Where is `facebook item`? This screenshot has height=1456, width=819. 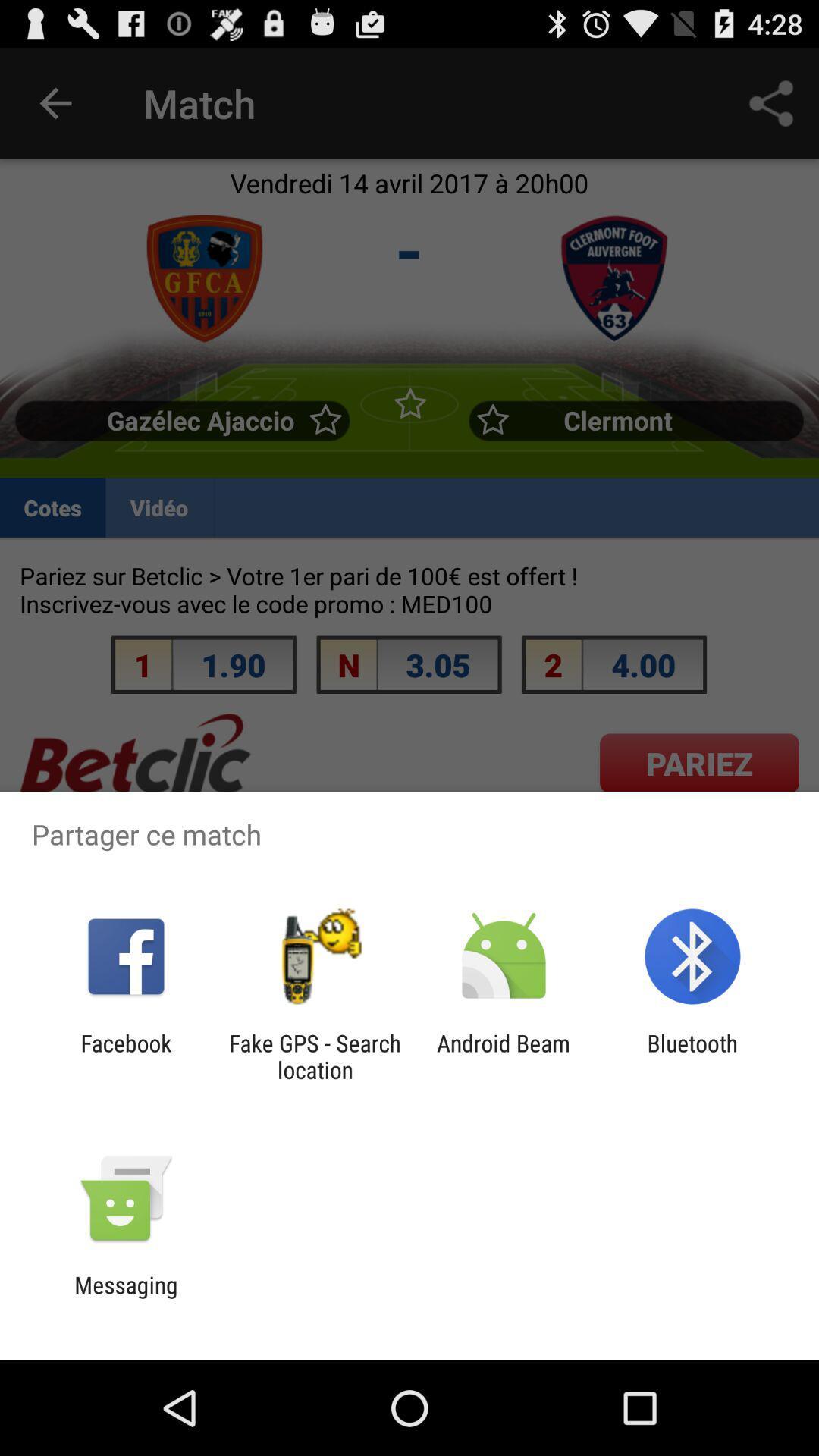
facebook item is located at coordinates (125, 1056).